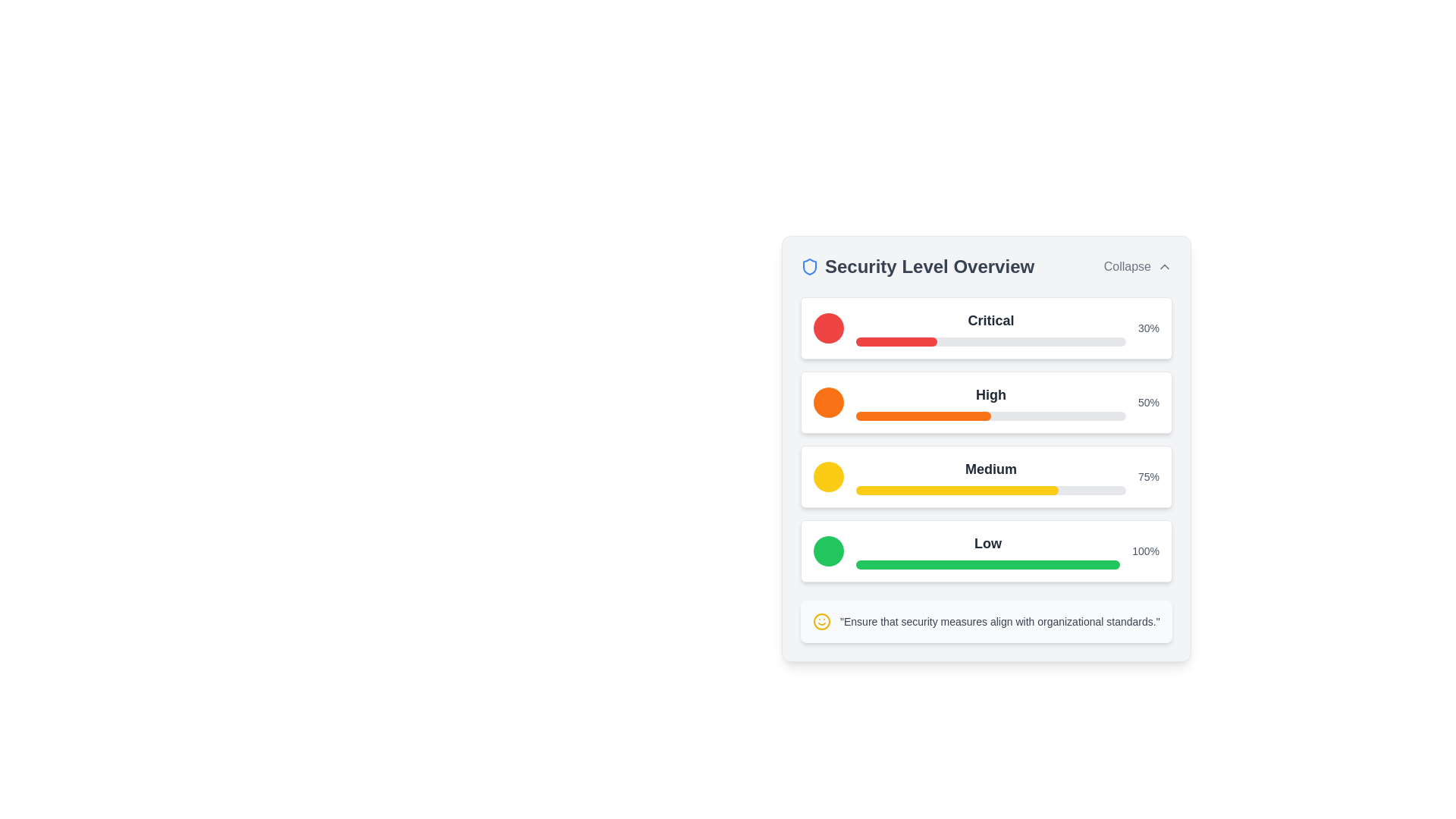 This screenshot has height=819, width=1456. What do you see at coordinates (896, 342) in the screenshot?
I see `the progress bar component that visually represents a 30% 'Critical' security level within the 'Security Level Overview' panel` at bounding box center [896, 342].